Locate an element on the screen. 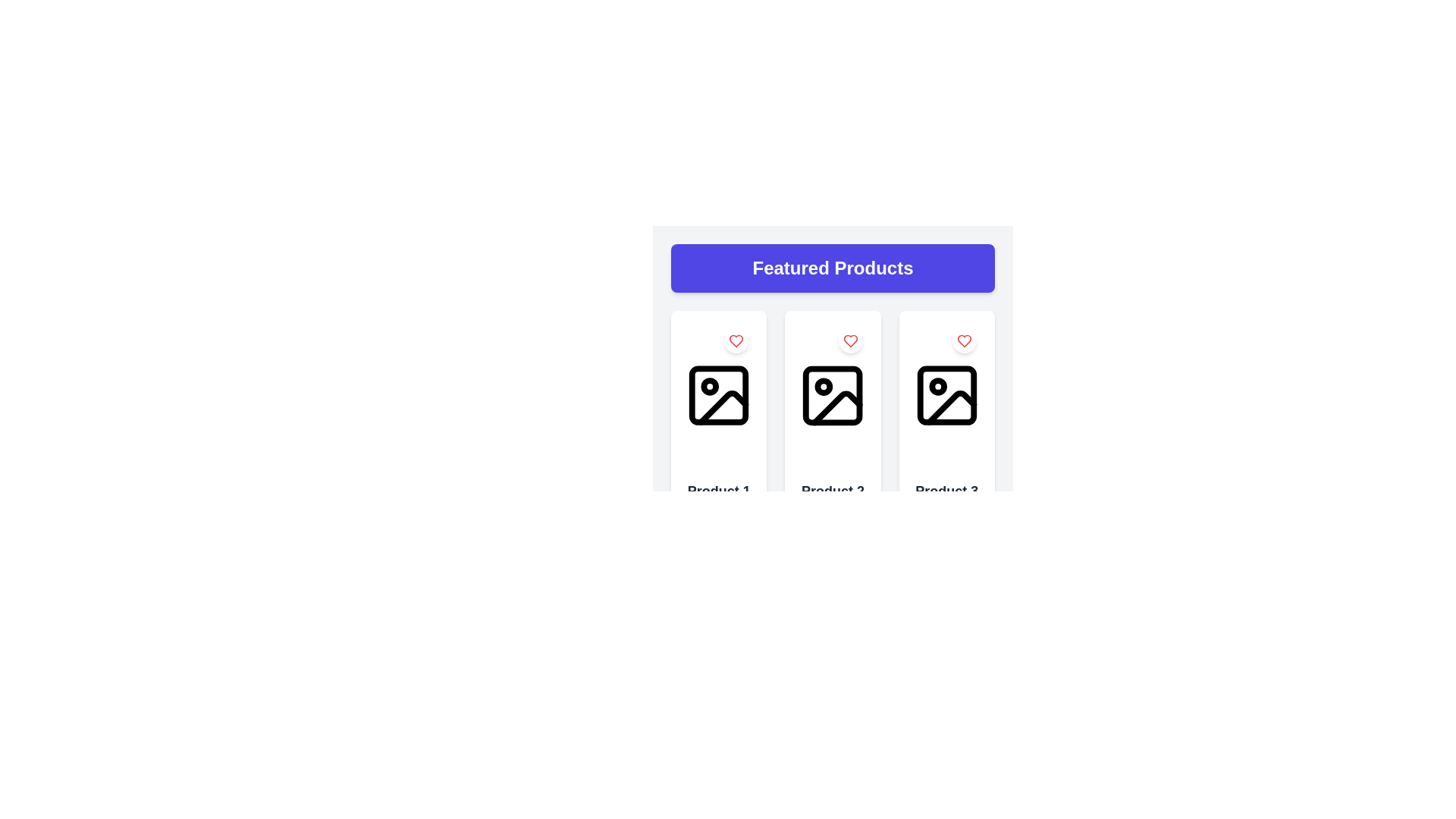  the favorite button located in the top-right corner of the first product card under the 'Featured Products' section is located at coordinates (736, 341).